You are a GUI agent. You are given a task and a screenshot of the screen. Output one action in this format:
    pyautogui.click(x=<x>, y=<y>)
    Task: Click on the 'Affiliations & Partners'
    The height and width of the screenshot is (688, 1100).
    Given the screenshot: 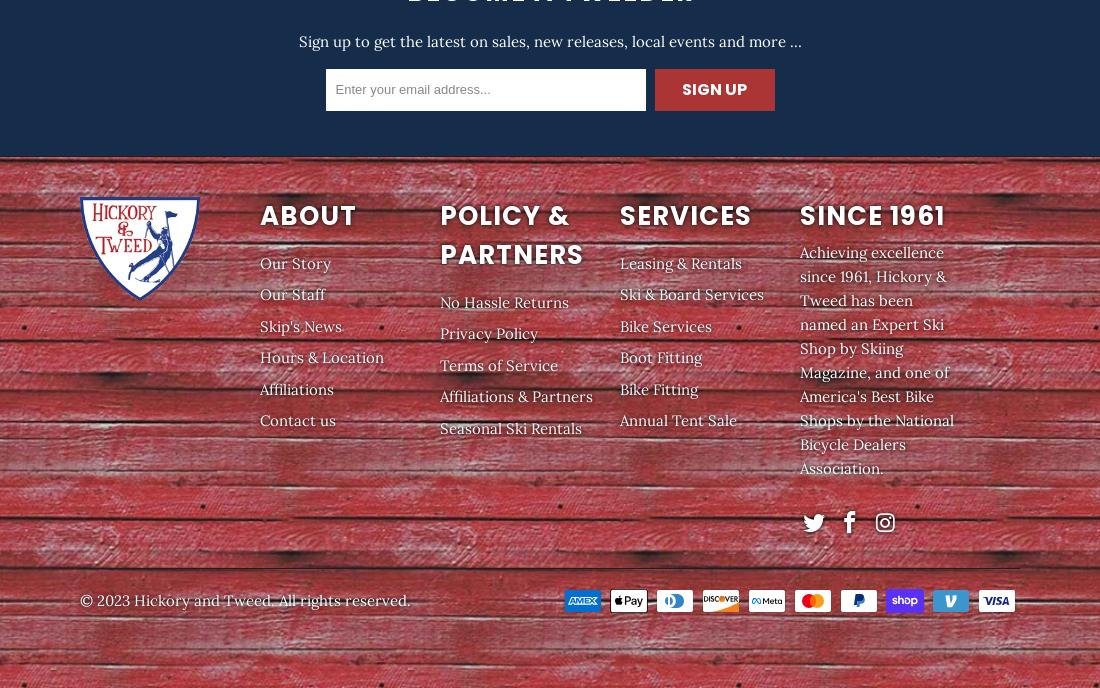 What is the action you would take?
    pyautogui.click(x=516, y=395)
    